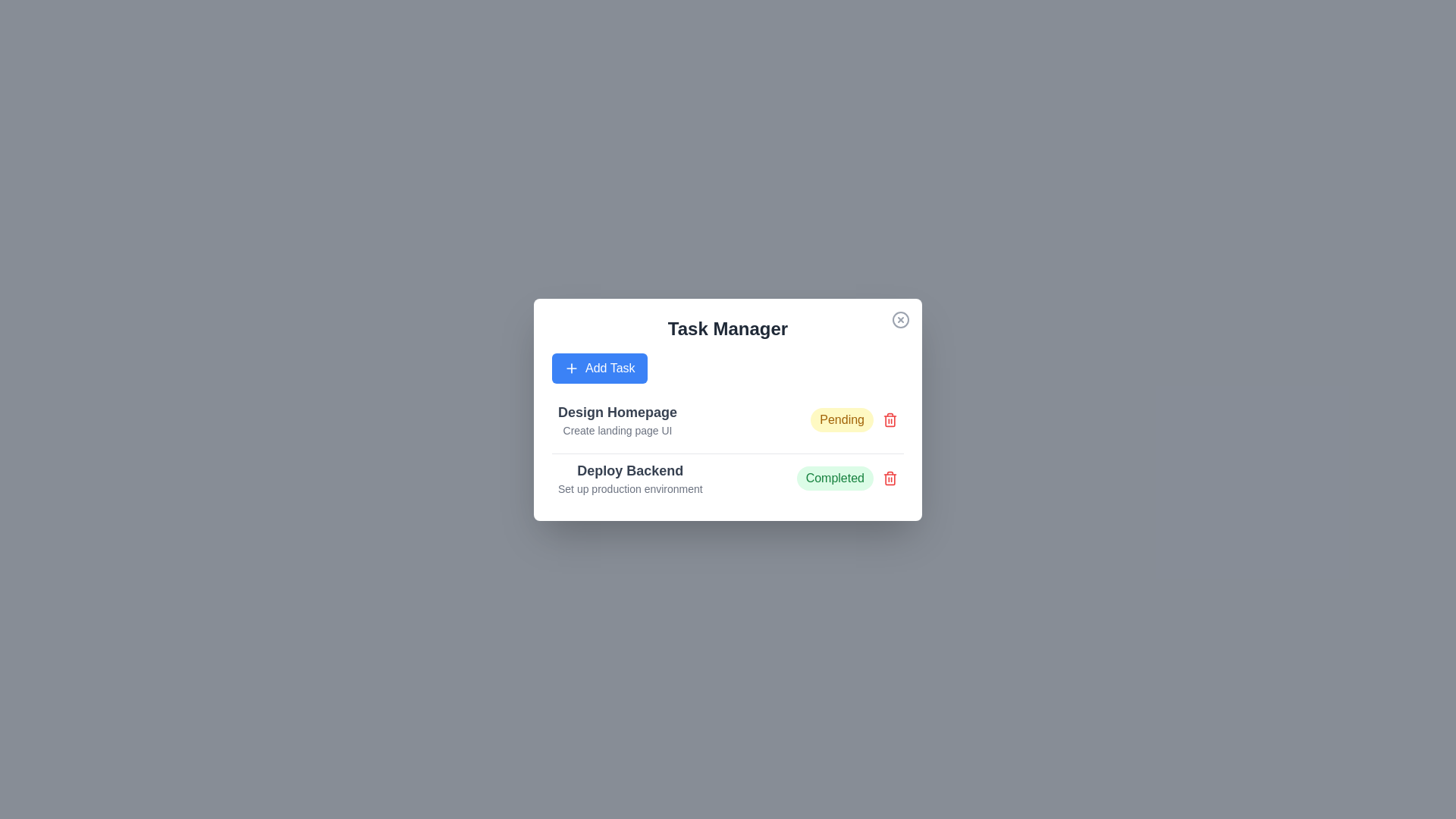 Image resolution: width=1456 pixels, height=819 pixels. Describe the element at coordinates (846, 478) in the screenshot. I see `the 'Completed' status indicator tag, which is a pill-shaped tag with a green background and bold text, located in the 'Task Manager' card layout within the 'Deploy Backend' task row` at that location.